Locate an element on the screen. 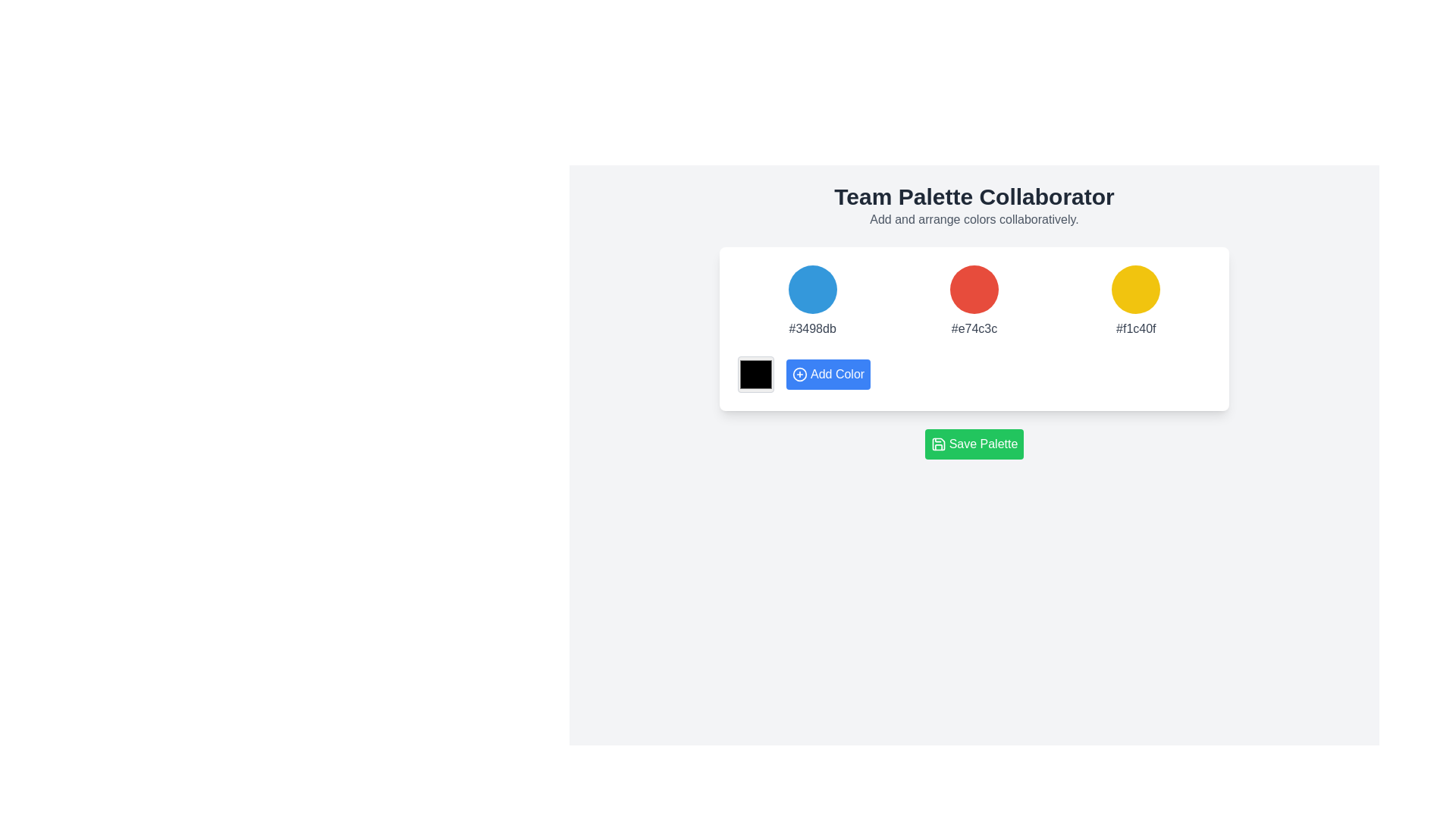  the text label displaying the hexadecimal color code for yellow is located at coordinates (1136, 328).